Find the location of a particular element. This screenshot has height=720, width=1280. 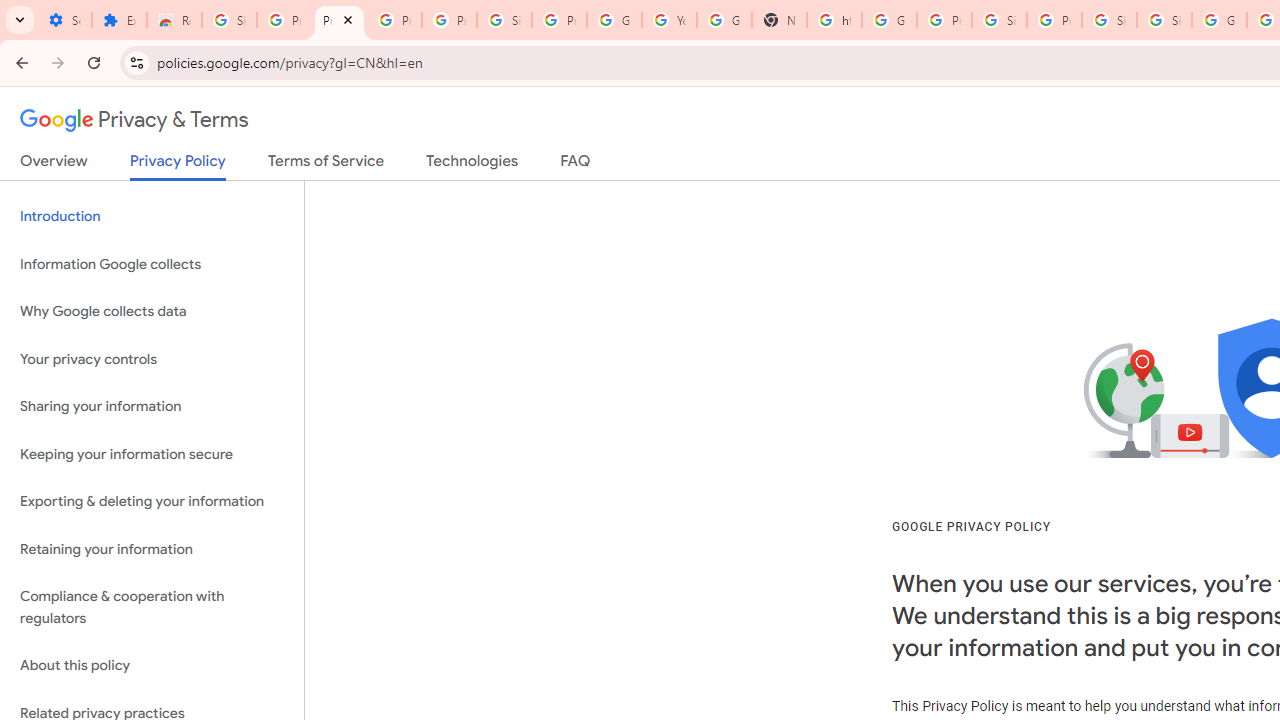

'https://scholar.google.com/' is located at coordinates (833, 20).